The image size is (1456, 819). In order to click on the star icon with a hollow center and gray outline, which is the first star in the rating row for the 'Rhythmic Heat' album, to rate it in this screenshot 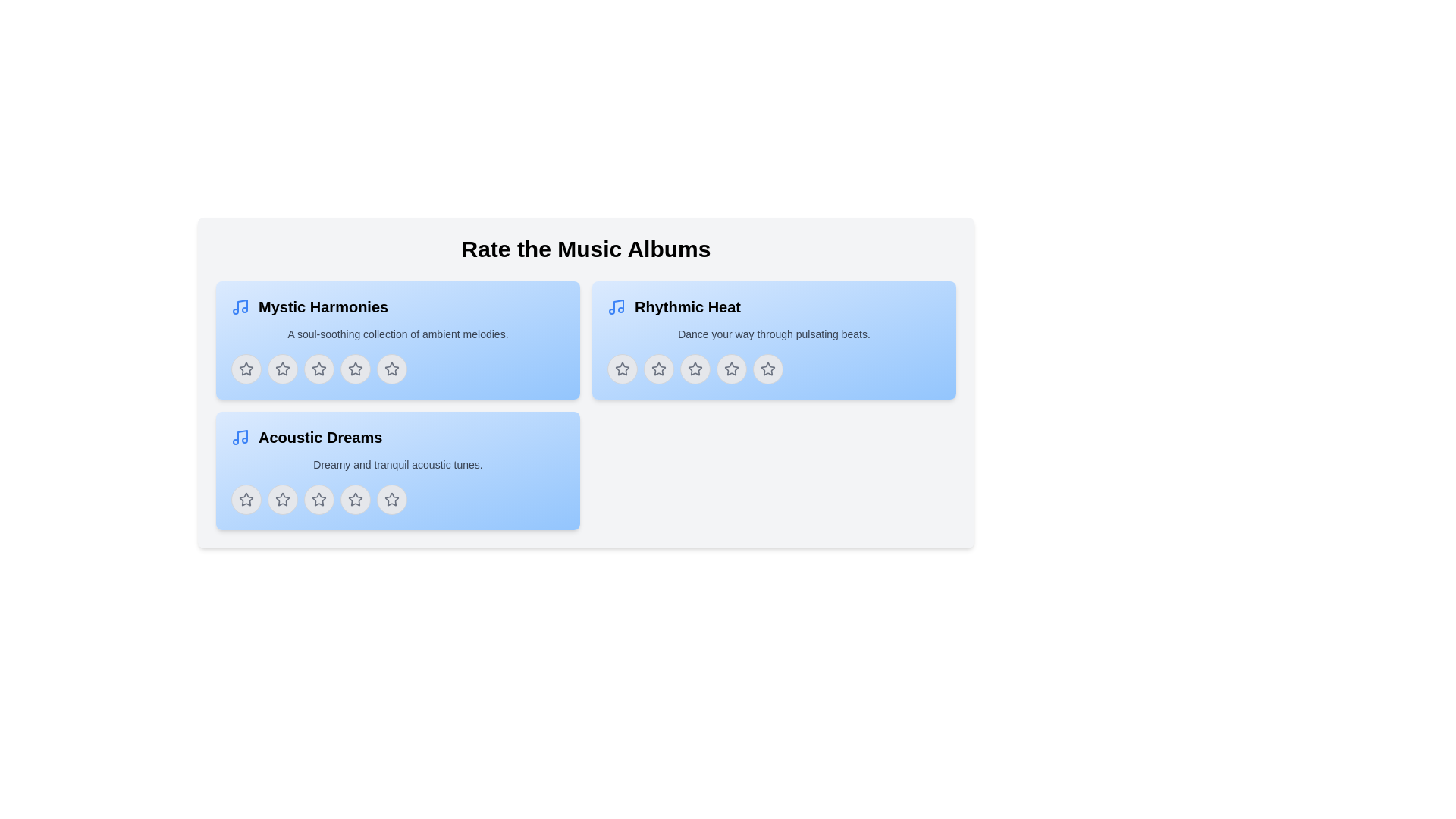, I will do `click(622, 369)`.